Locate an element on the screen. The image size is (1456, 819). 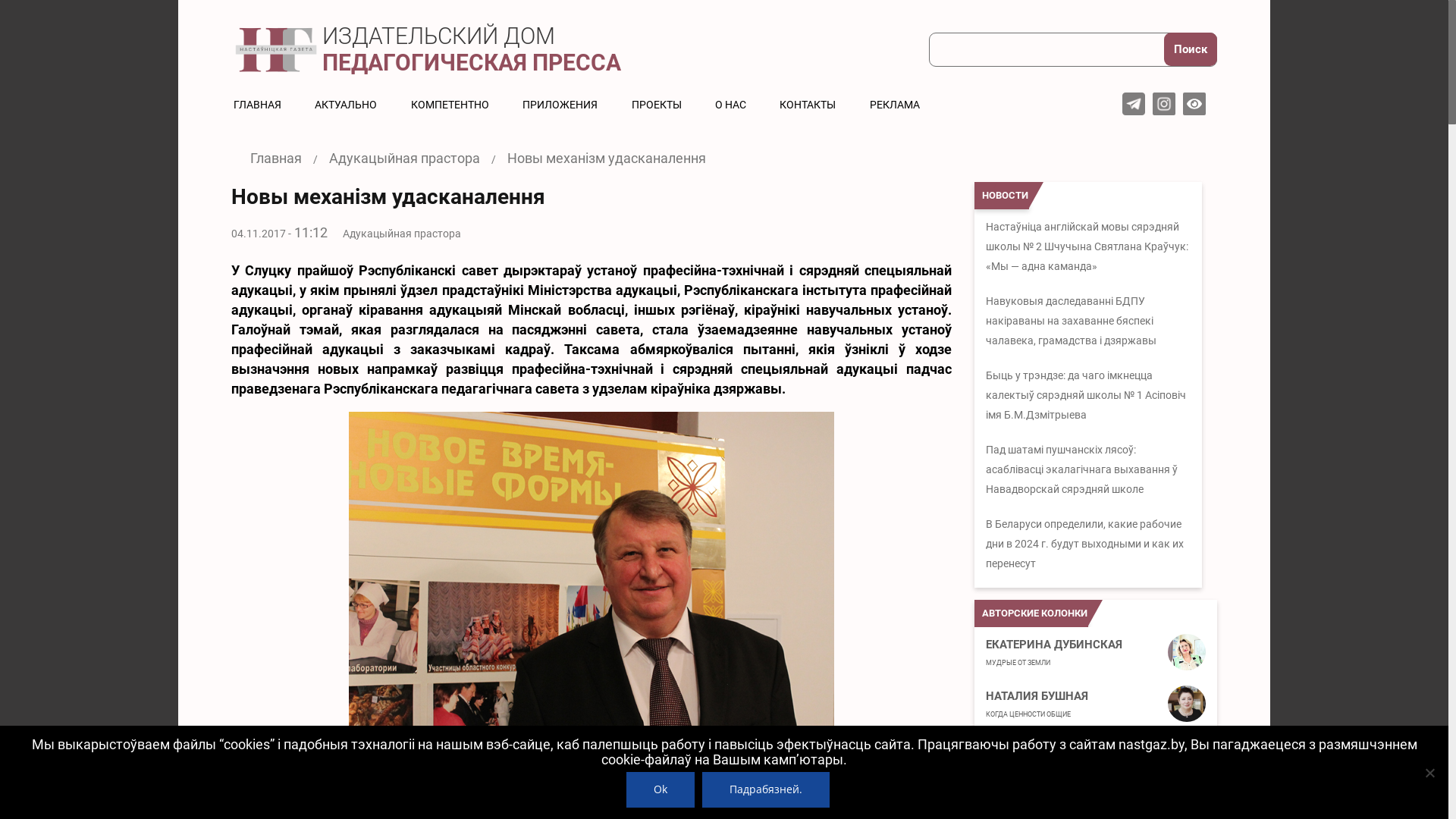
'Instagram' is located at coordinates (1153, 103).